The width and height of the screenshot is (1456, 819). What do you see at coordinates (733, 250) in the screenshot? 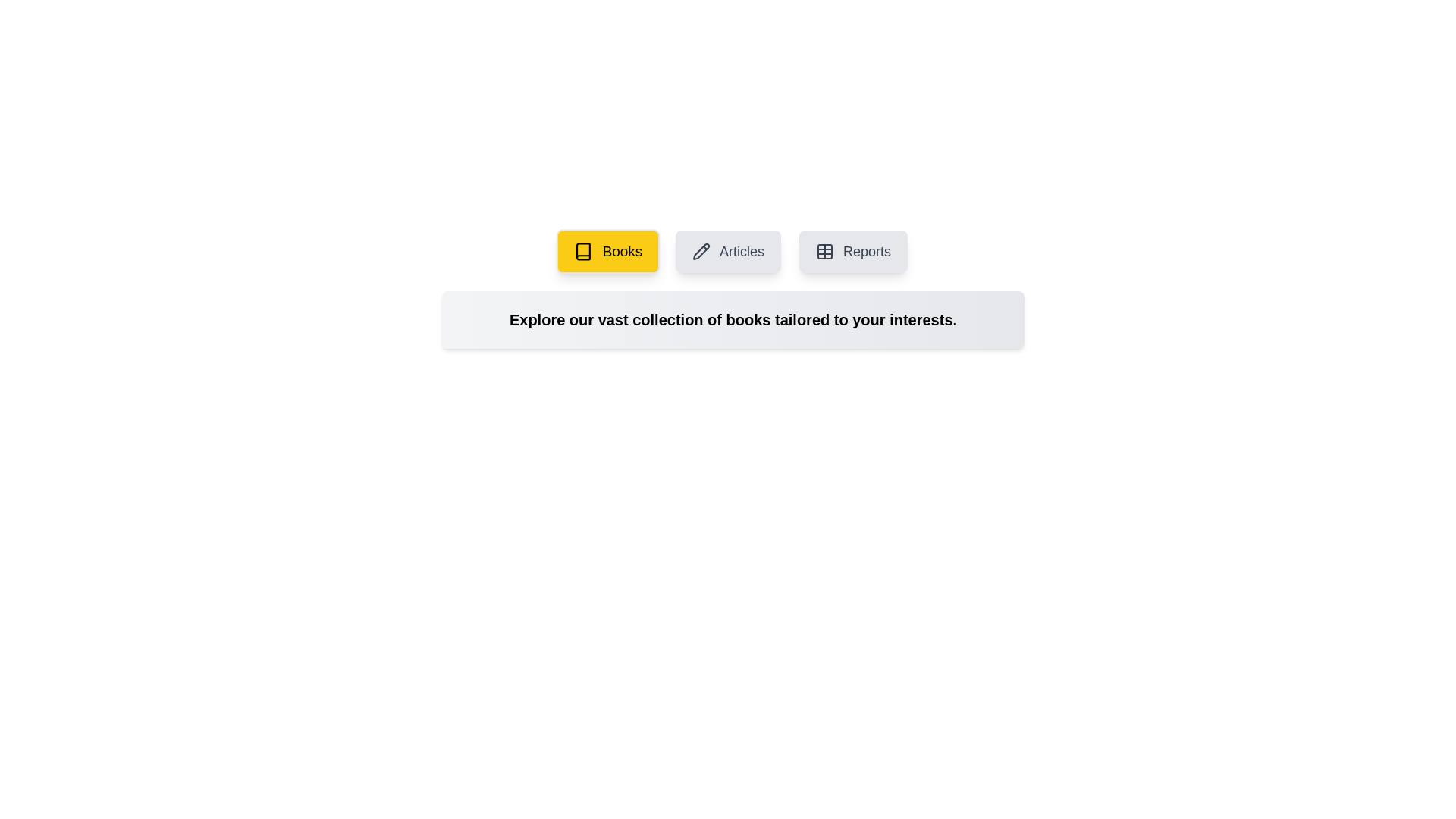
I see `the interactive buttons in the Navigation menu` at bounding box center [733, 250].